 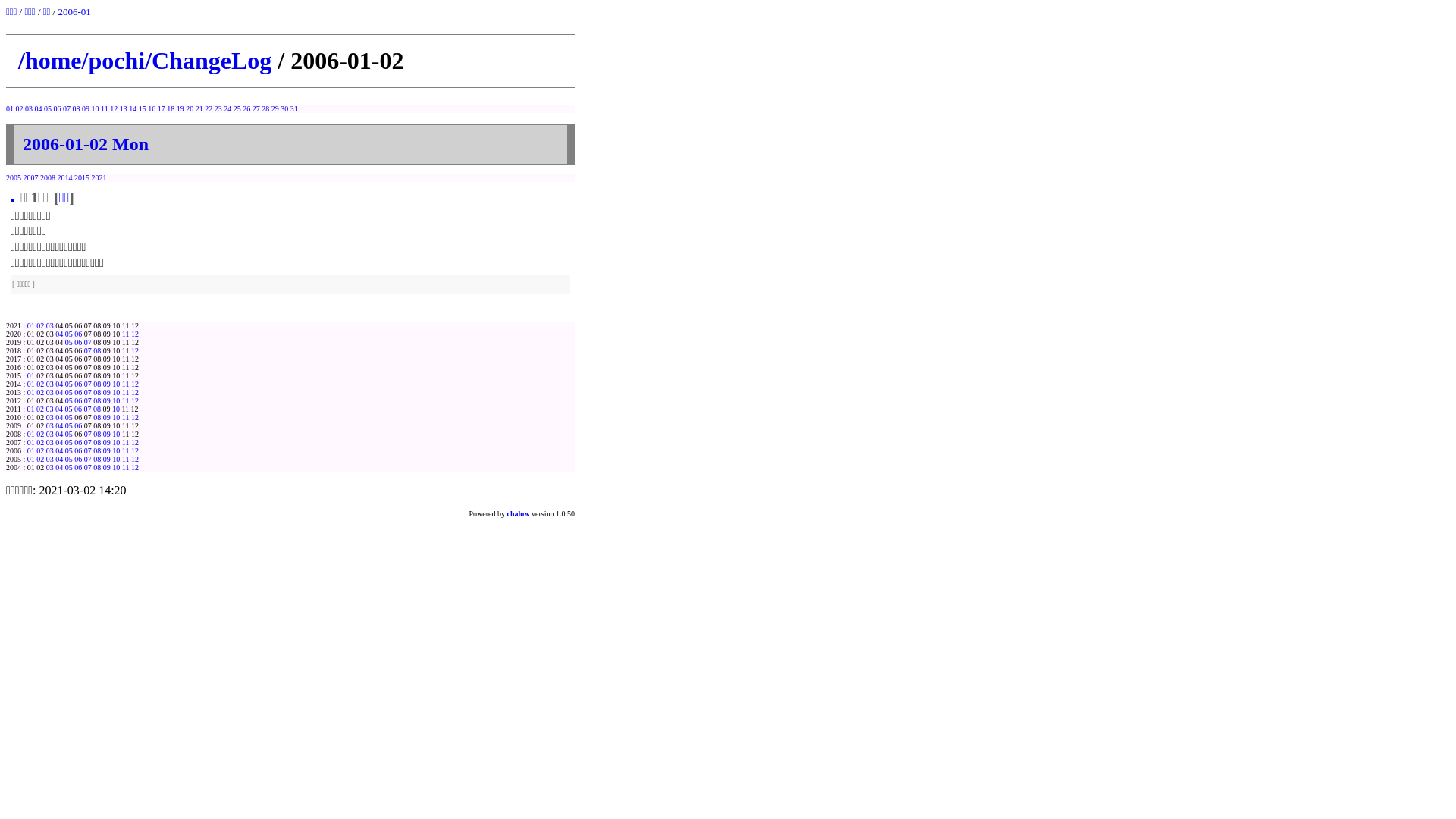 What do you see at coordinates (39, 434) in the screenshot?
I see `'02'` at bounding box center [39, 434].